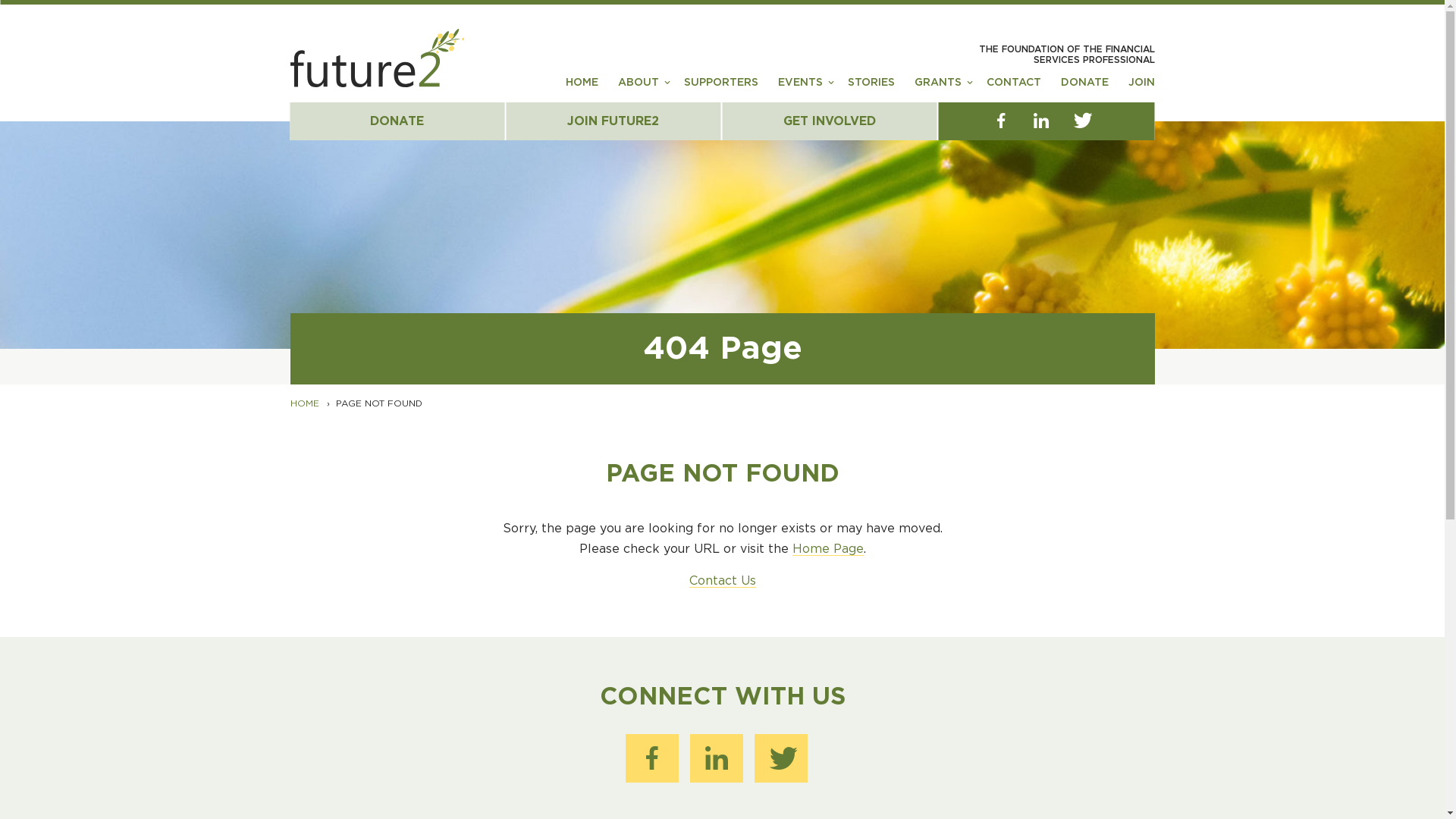  Describe the element at coordinates (397, 120) in the screenshot. I see `'DONATE'` at that location.